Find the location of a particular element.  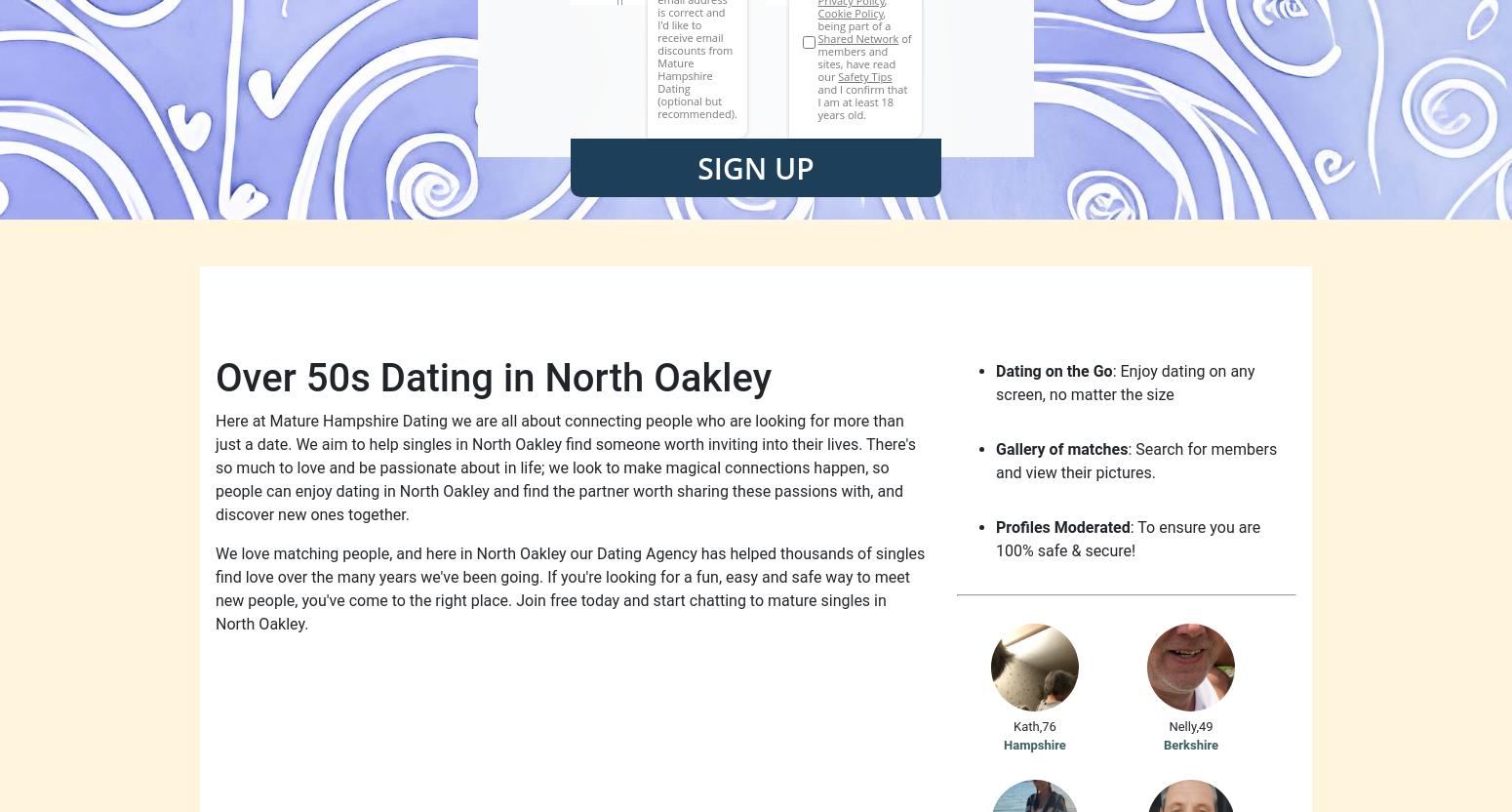

'Shared Network' is located at coordinates (857, 38).